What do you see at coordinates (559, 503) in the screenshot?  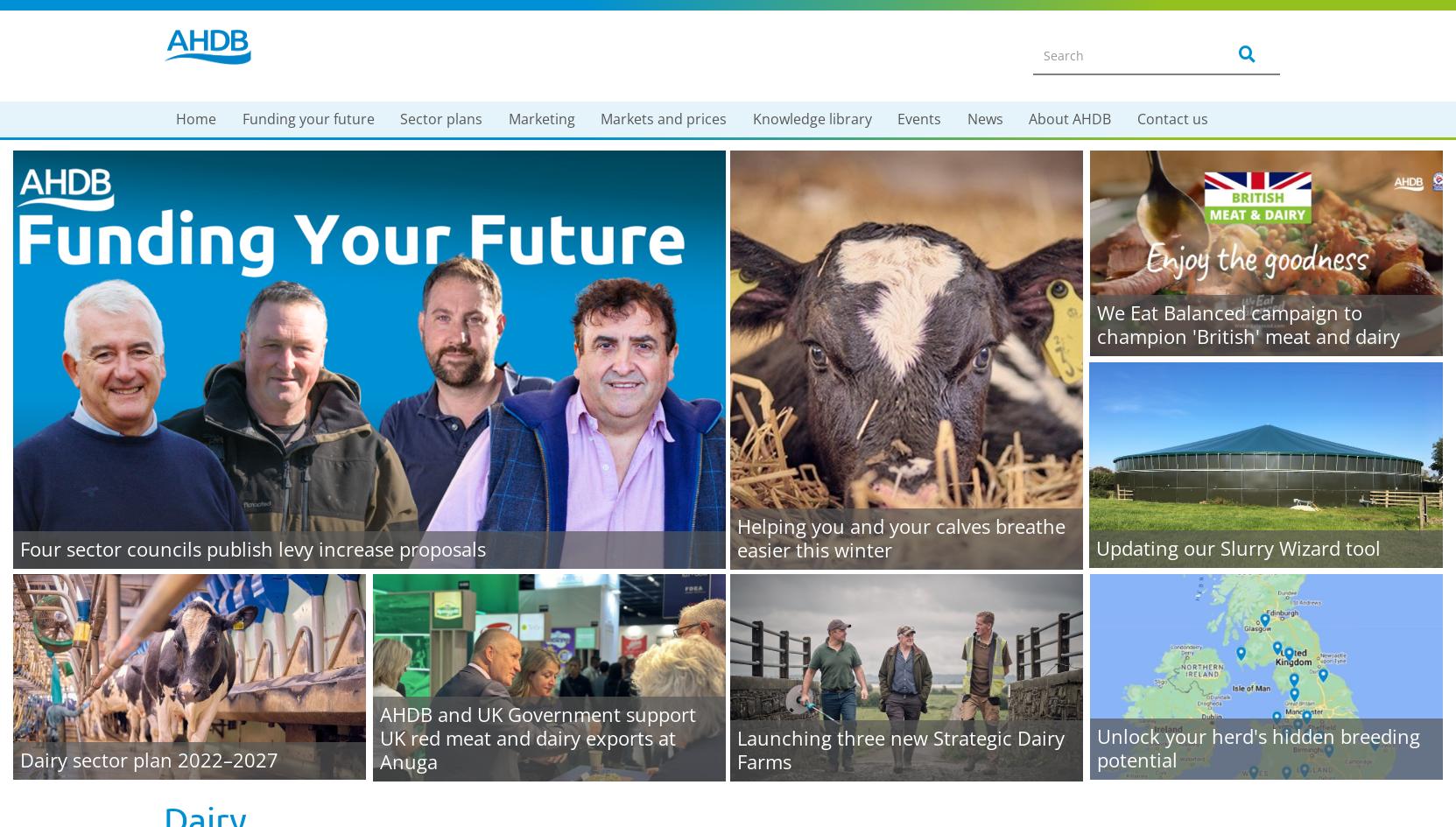 I see `'Department of Dairy Related Scrumptious Affairs'` at bounding box center [559, 503].